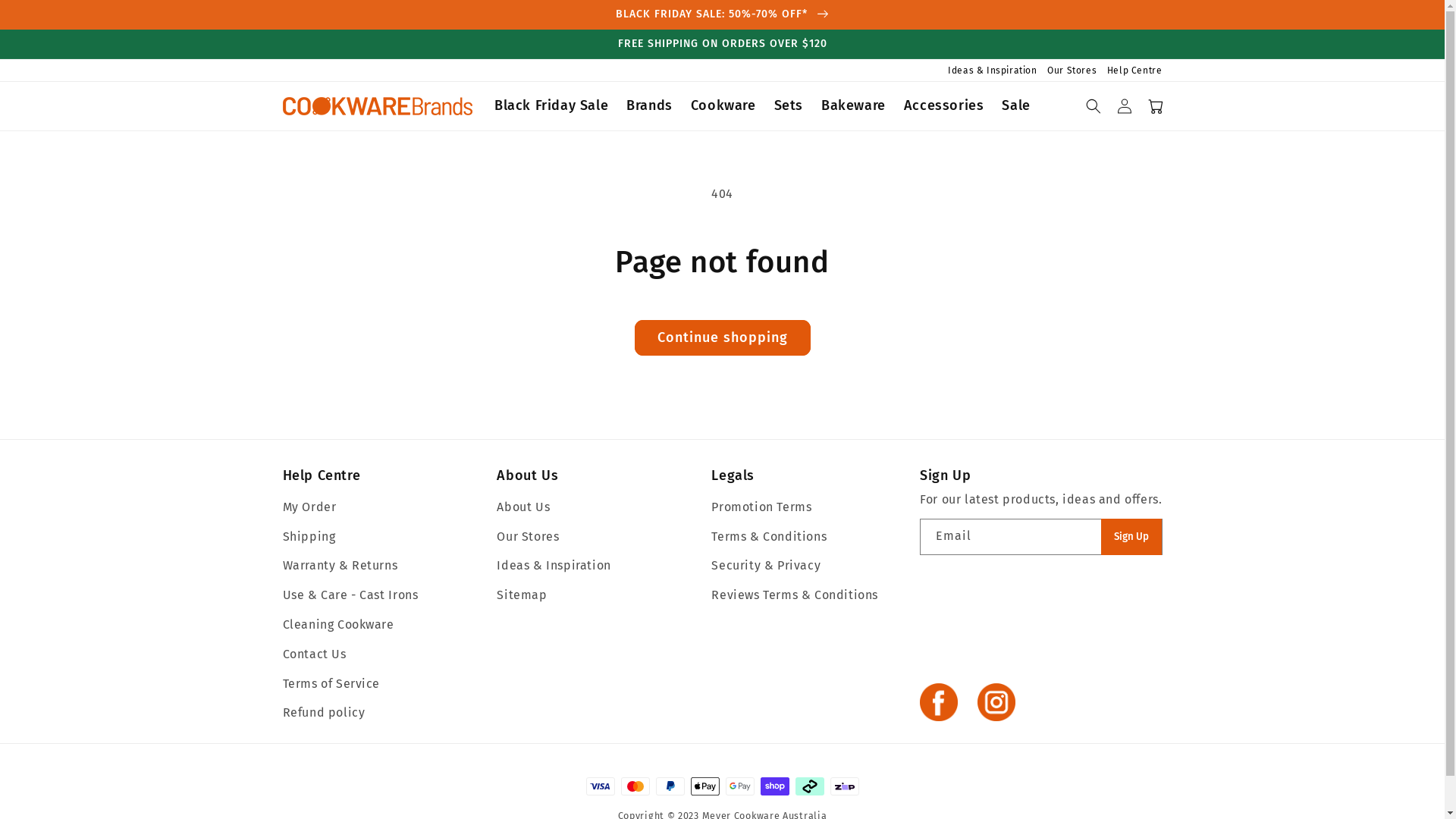 The width and height of the screenshot is (1456, 819). I want to click on 'Terms & Conditions', so click(768, 536).